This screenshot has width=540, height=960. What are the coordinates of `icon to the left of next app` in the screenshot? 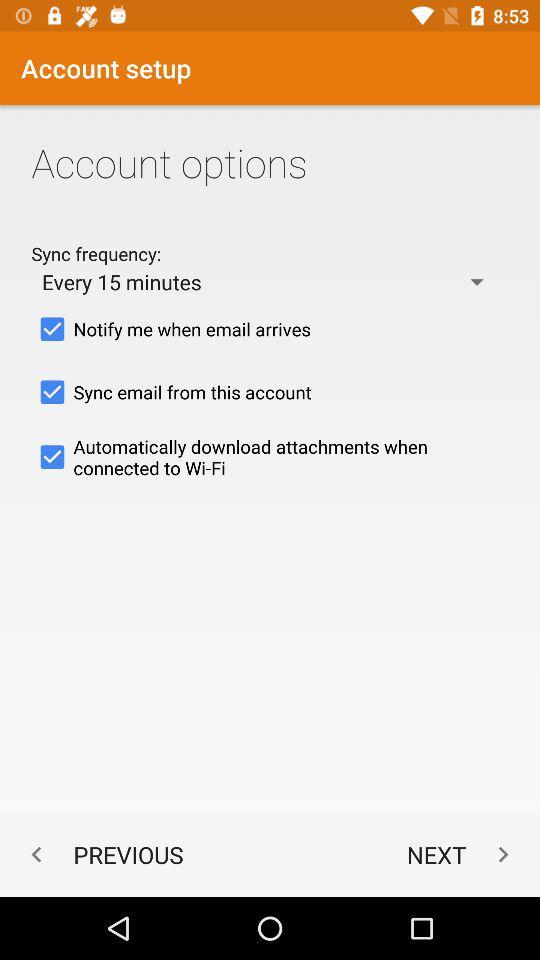 It's located at (102, 853).